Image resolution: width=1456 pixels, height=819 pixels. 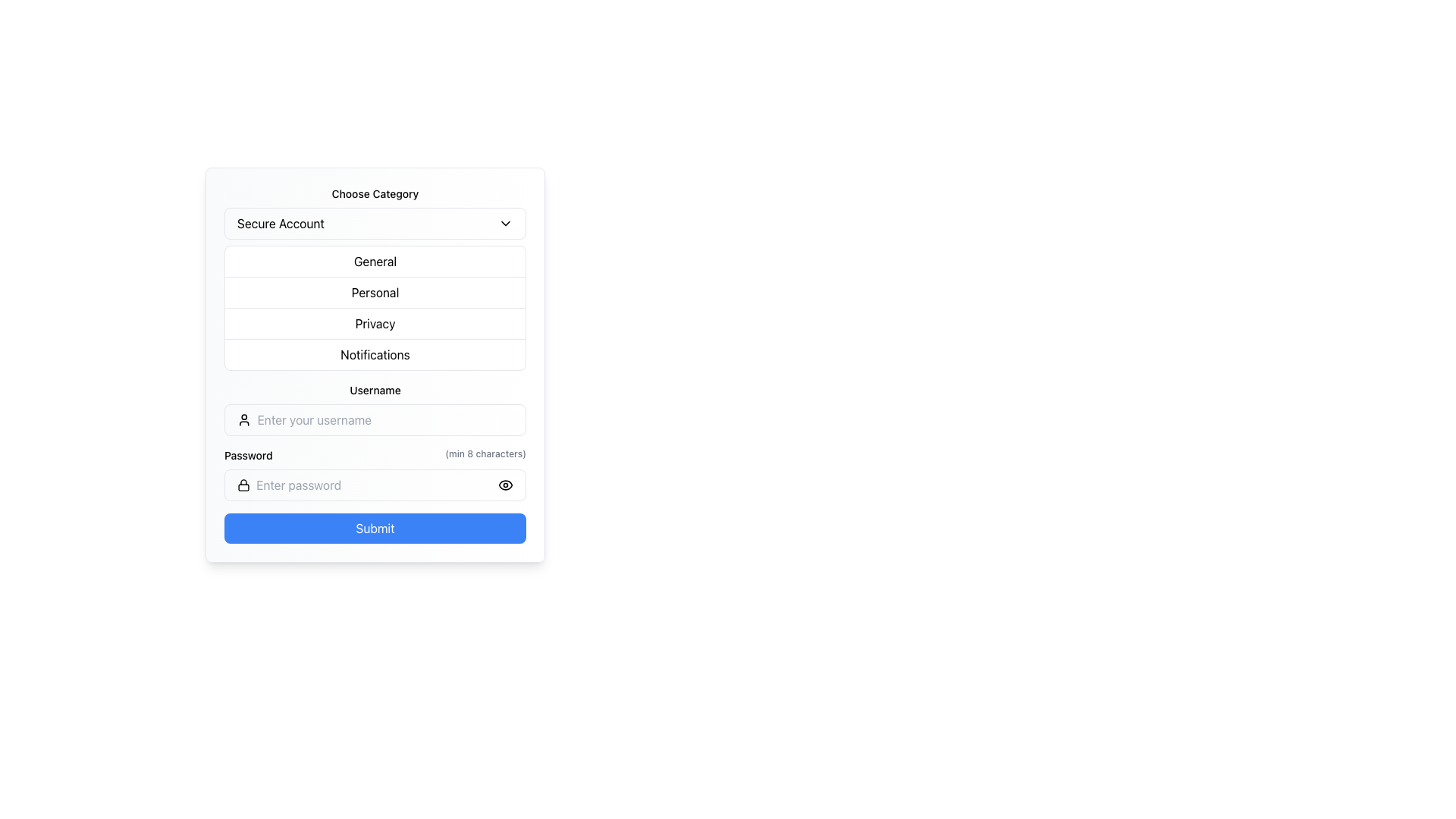 What do you see at coordinates (243, 485) in the screenshot?
I see `the lock icon inside the password input field, which is styled in grayscale and located on the left side of the input area` at bounding box center [243, 485].